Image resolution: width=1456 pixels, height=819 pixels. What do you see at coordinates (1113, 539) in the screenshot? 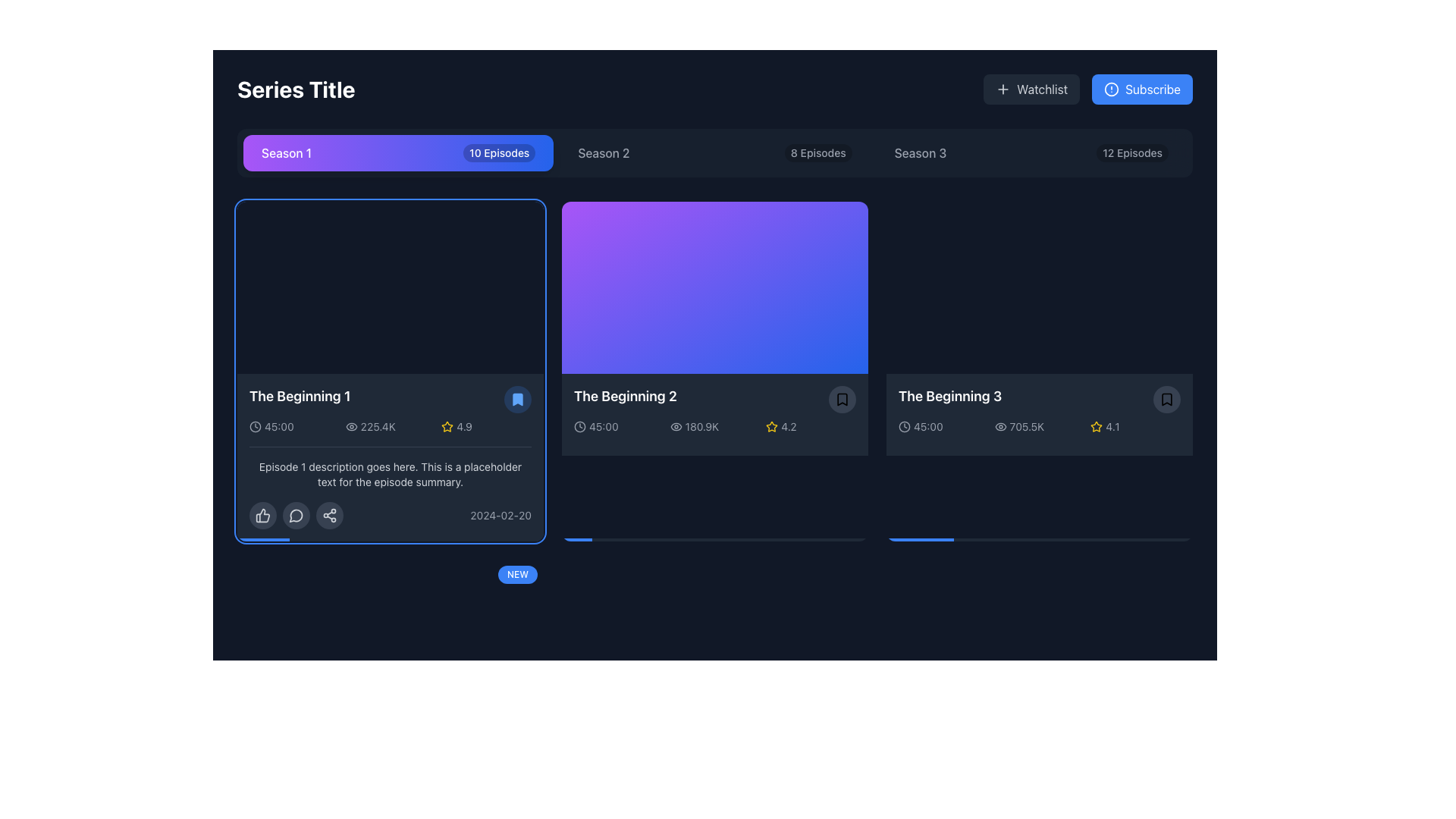
I see `progress level` at bounding box center [1113, 539].